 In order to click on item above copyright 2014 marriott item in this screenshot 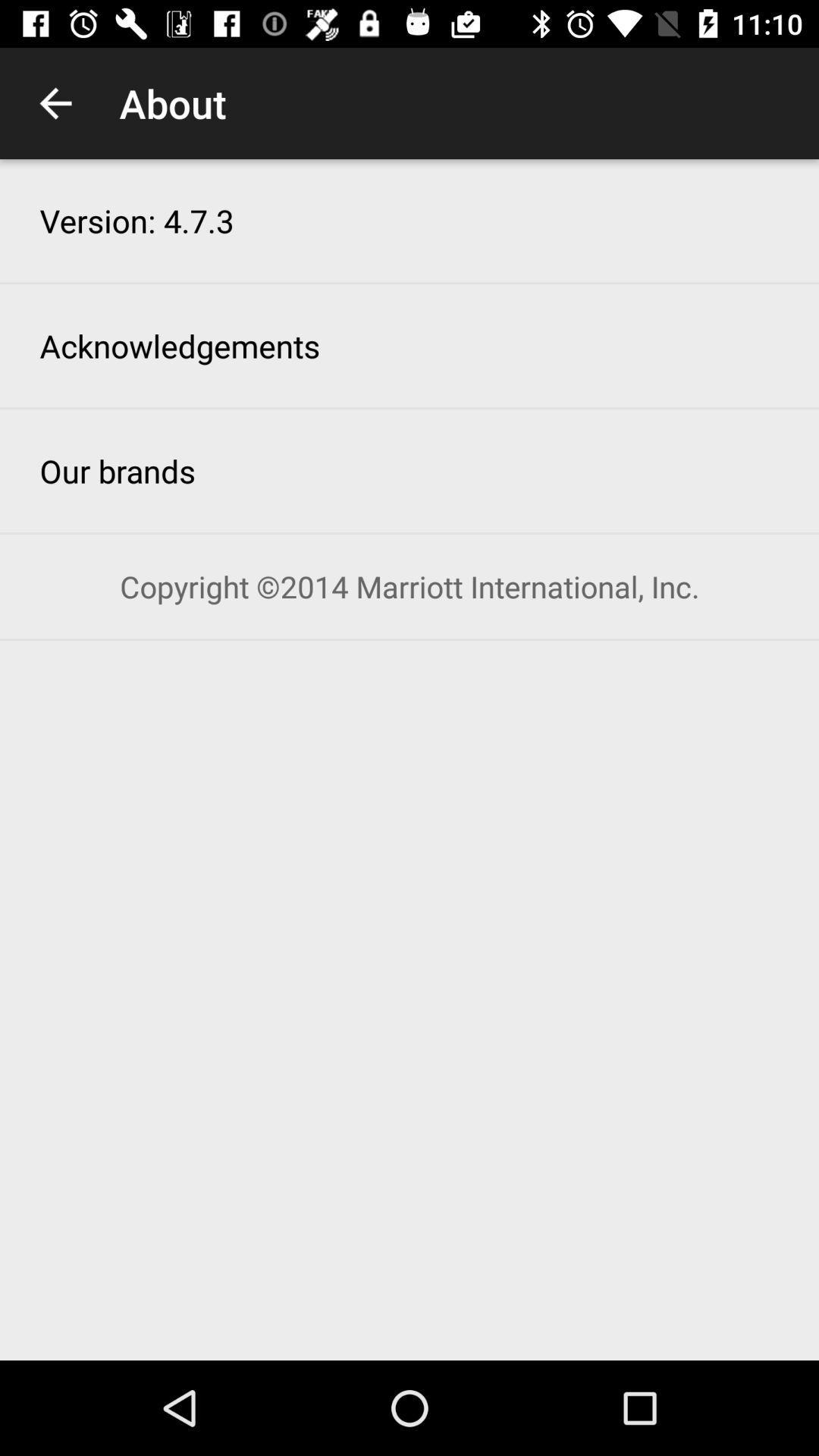, I will do `click(117, 469)`.